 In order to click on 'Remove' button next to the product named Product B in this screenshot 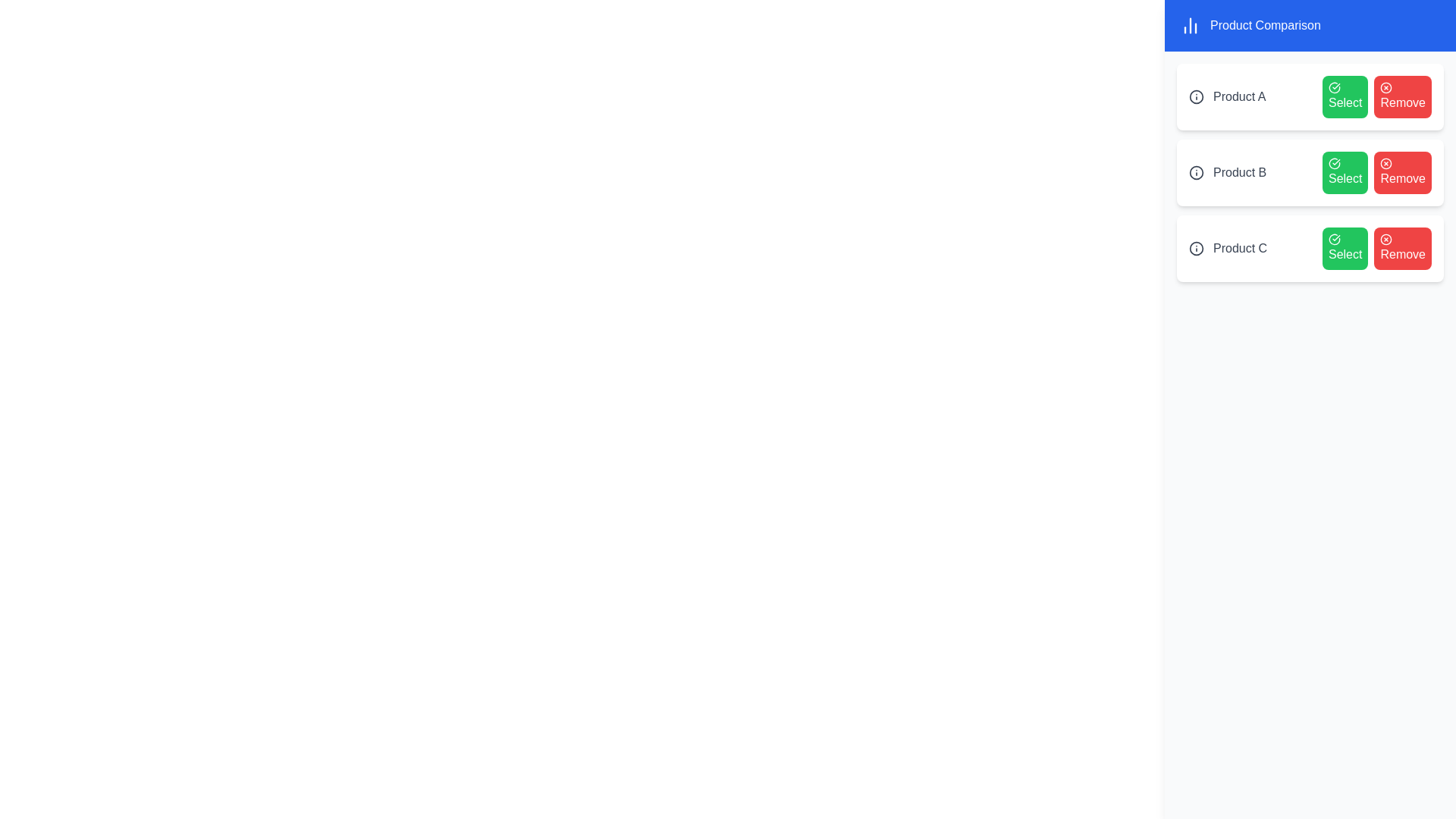, I will do `click(1402, 171)`.